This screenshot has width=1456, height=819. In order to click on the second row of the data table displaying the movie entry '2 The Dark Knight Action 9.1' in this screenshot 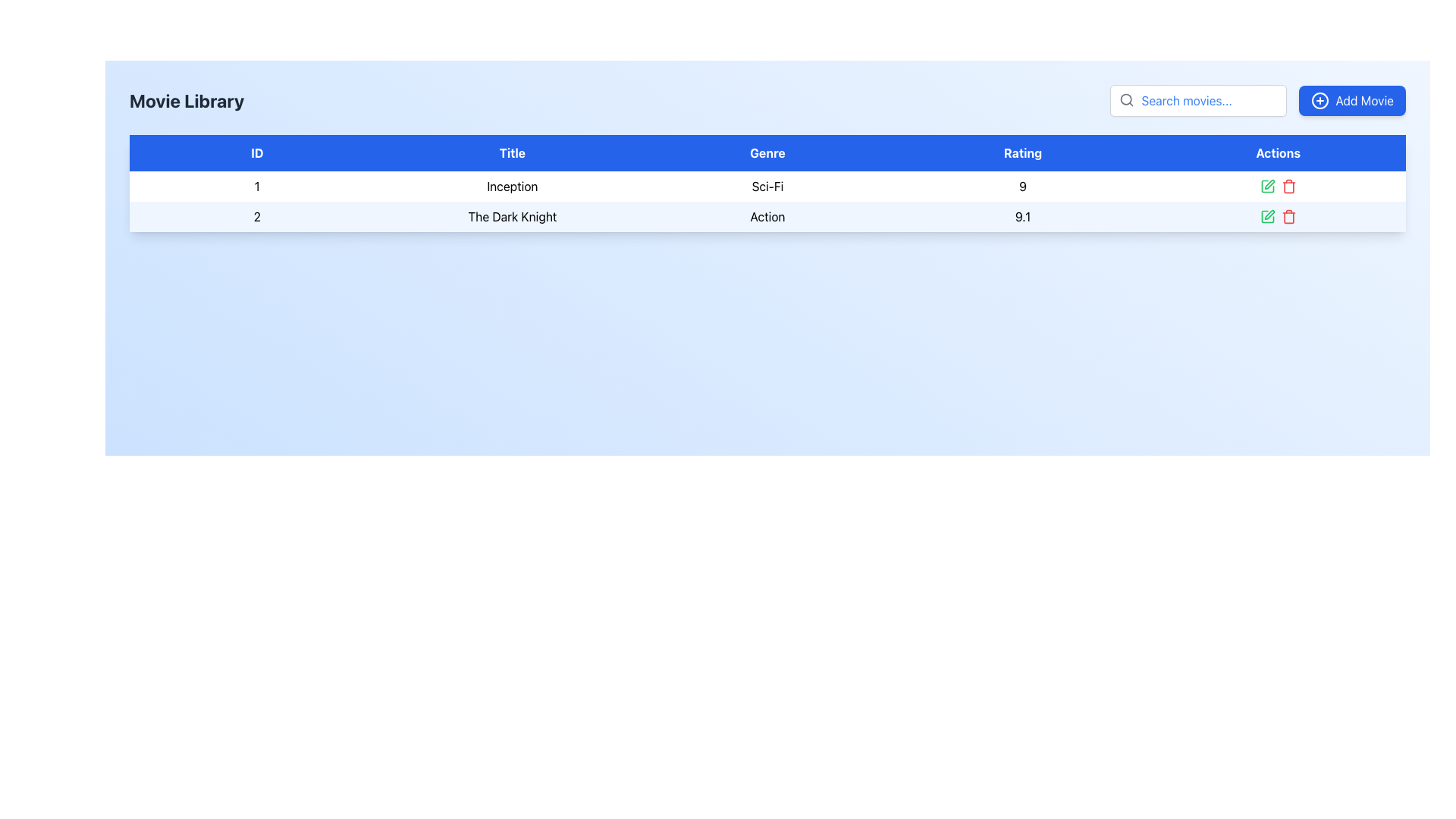, I will do `click(767, 216)`.